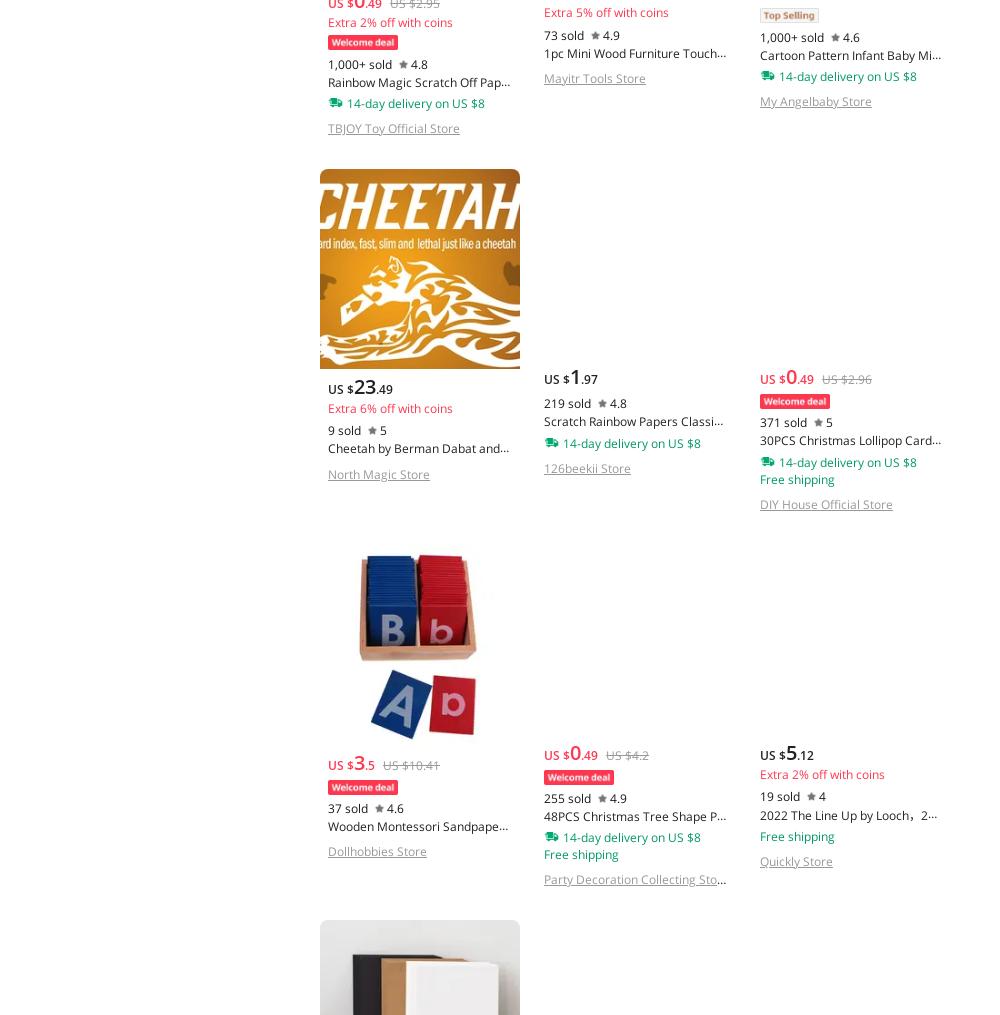 This screenshot has width=1000, height=1015. I want to click on '1pc Mini Wood Furniture Touch Up Kit Wood Furniture Floor Scratch Filler Cream Wax For Crevice DIY Filler Remover Repair Fix', so click(633, 80).